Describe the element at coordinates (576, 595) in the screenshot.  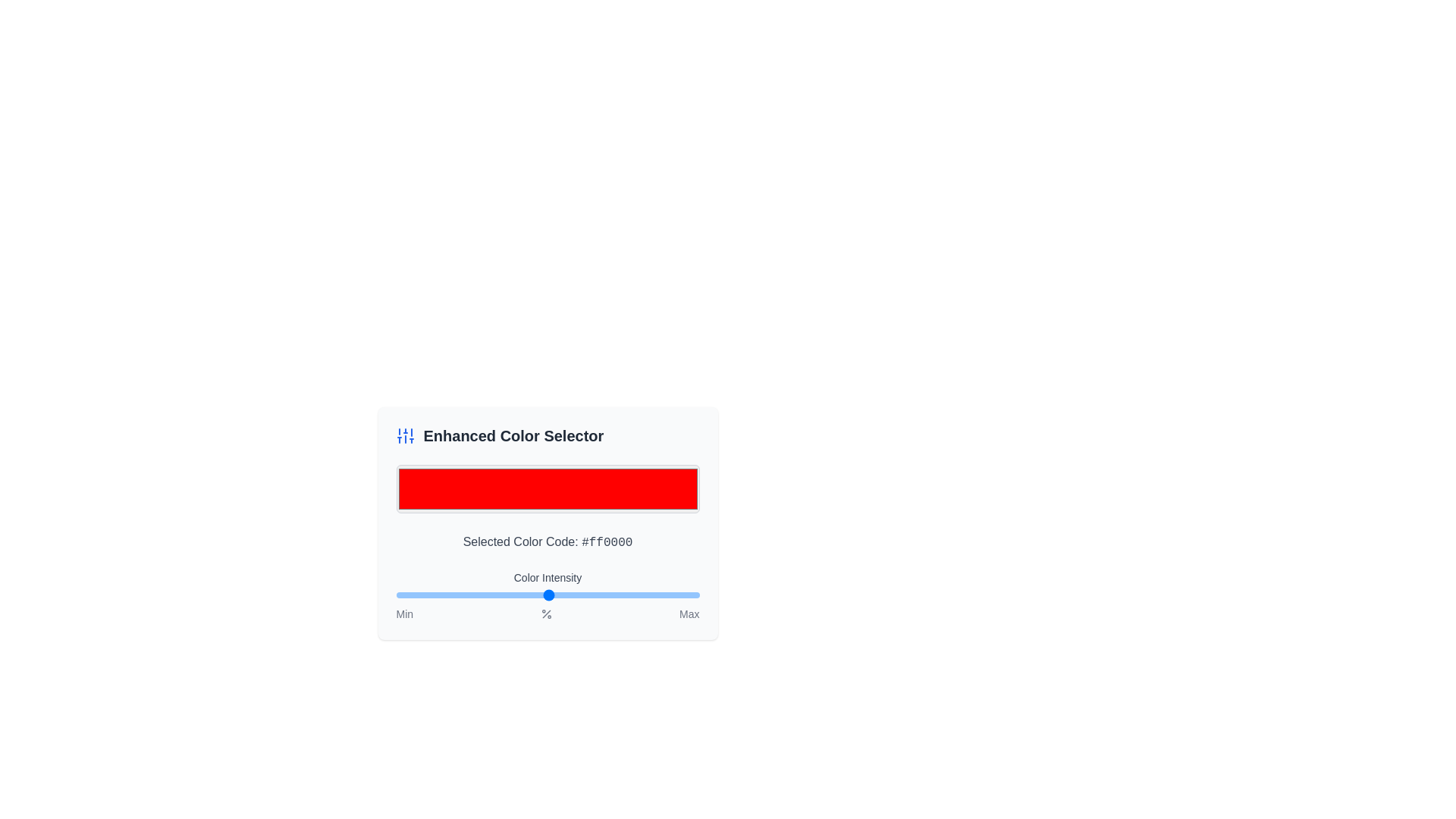
I see `the slider value` at that location.